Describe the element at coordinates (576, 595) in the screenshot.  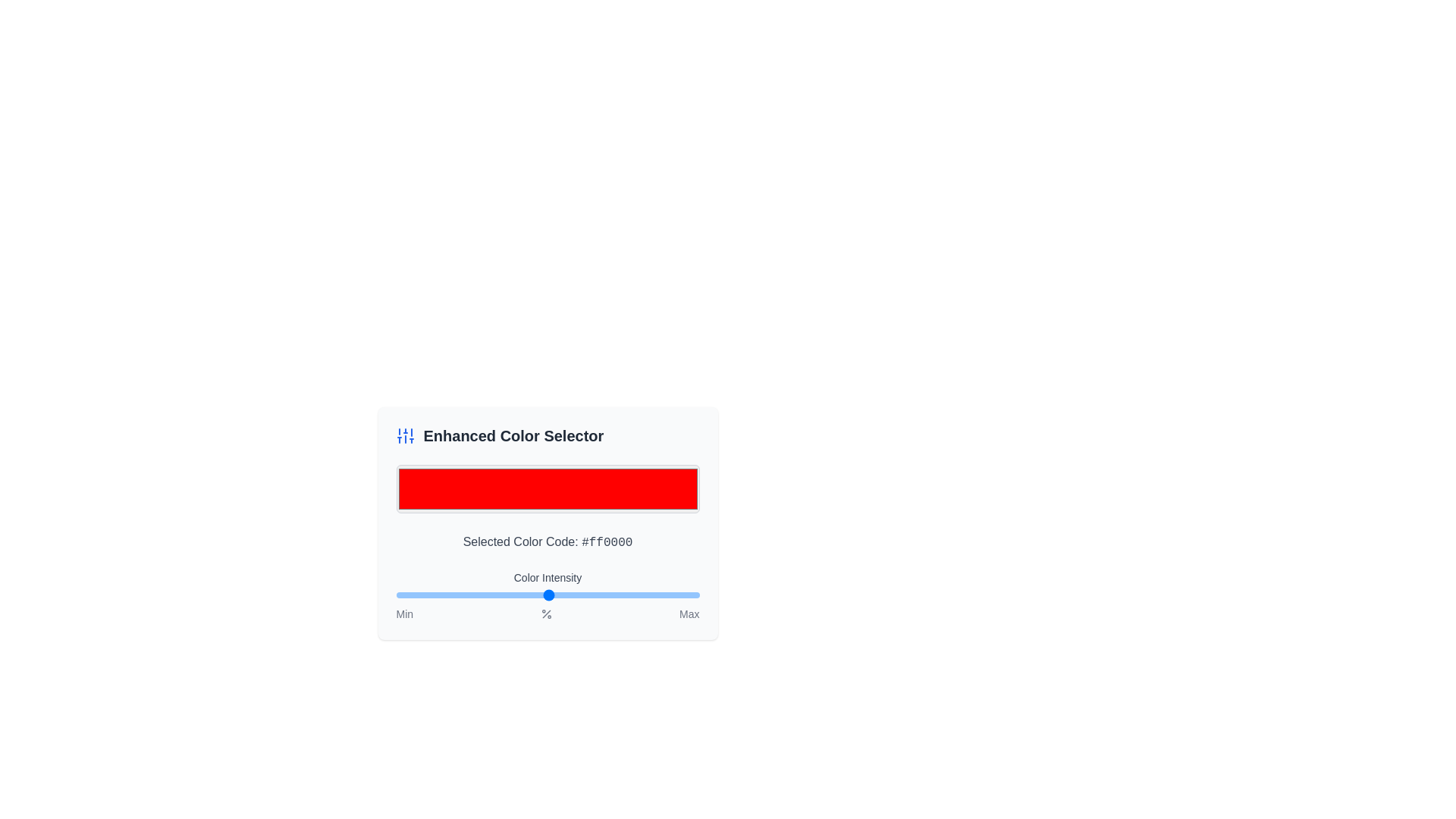
I see `the slider value` at that location.